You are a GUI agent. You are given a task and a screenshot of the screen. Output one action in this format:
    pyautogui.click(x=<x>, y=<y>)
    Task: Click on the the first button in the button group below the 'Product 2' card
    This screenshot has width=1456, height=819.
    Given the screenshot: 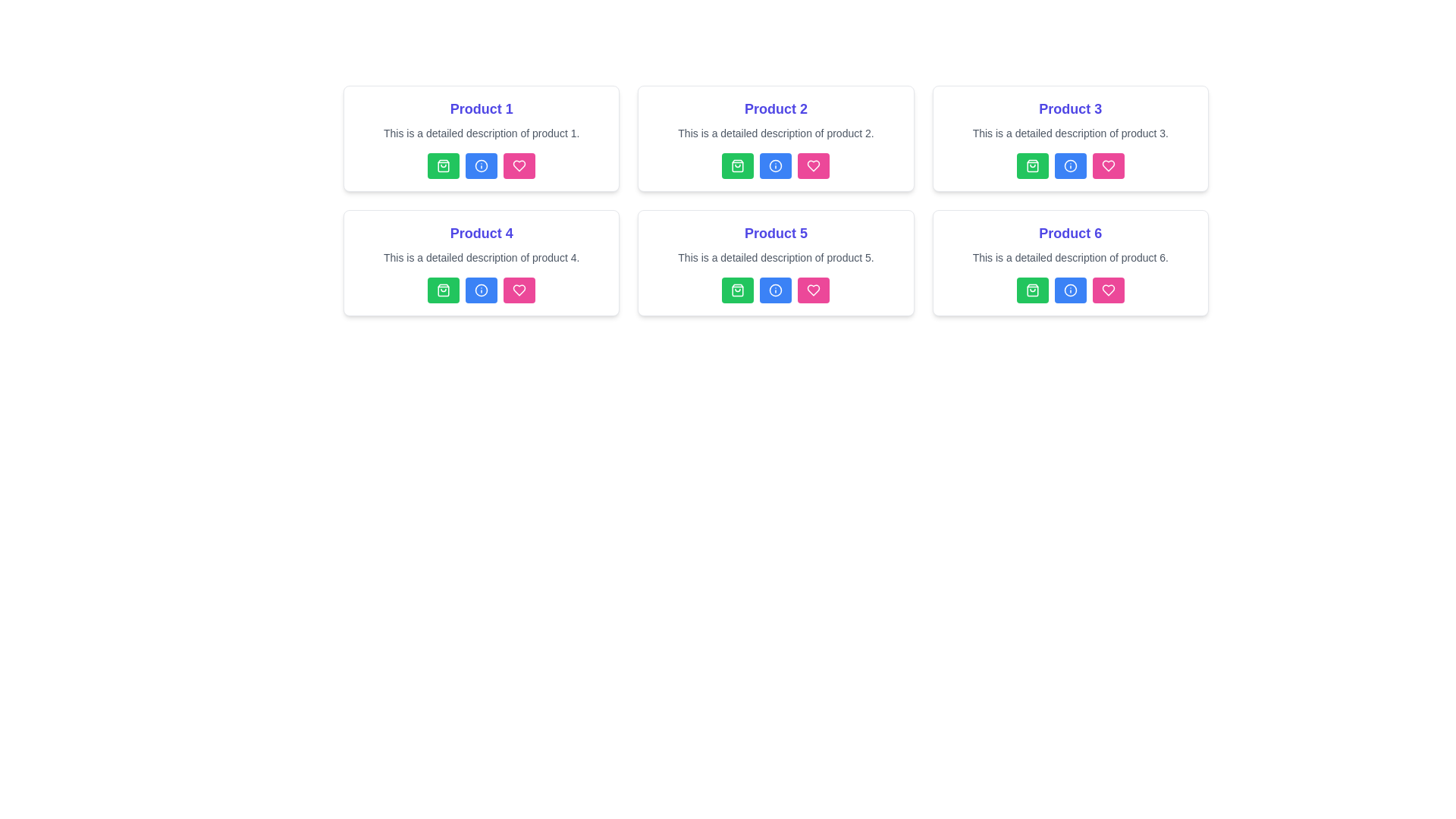 What is the action you would take?
    pyautogui.click(x=738, y=166)
    